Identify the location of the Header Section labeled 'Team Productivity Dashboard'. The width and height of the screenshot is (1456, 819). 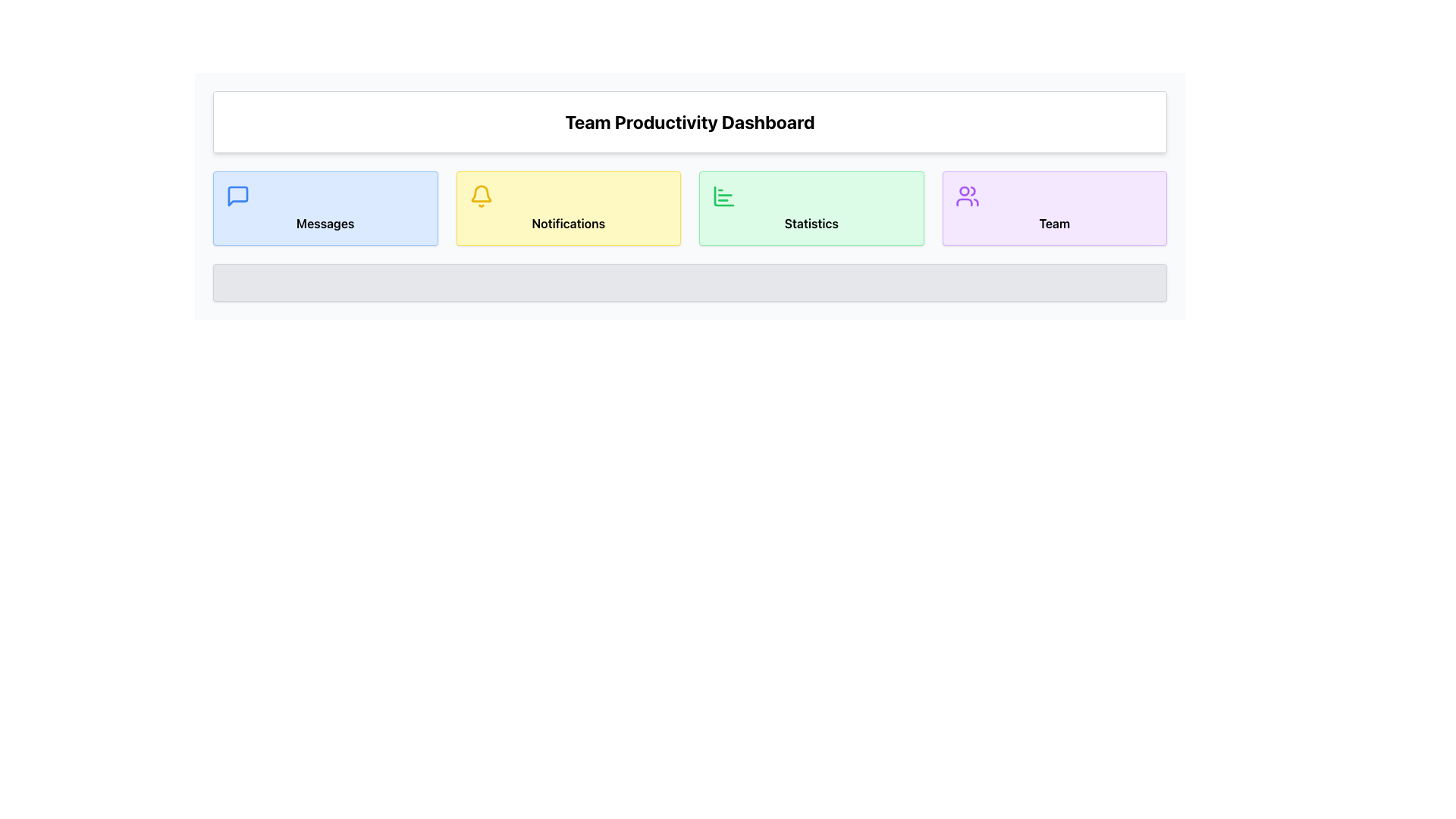
(689, 121).